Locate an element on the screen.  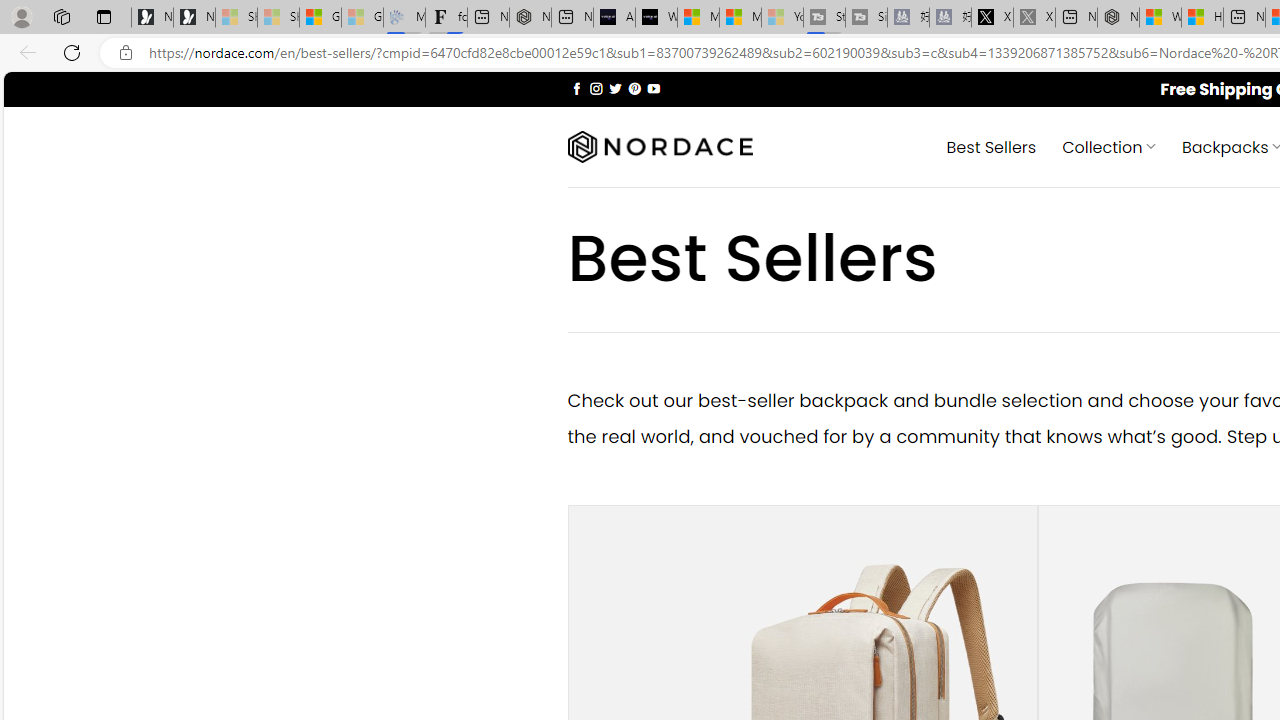
'Workspaces' is located at coordinates (61, 16).